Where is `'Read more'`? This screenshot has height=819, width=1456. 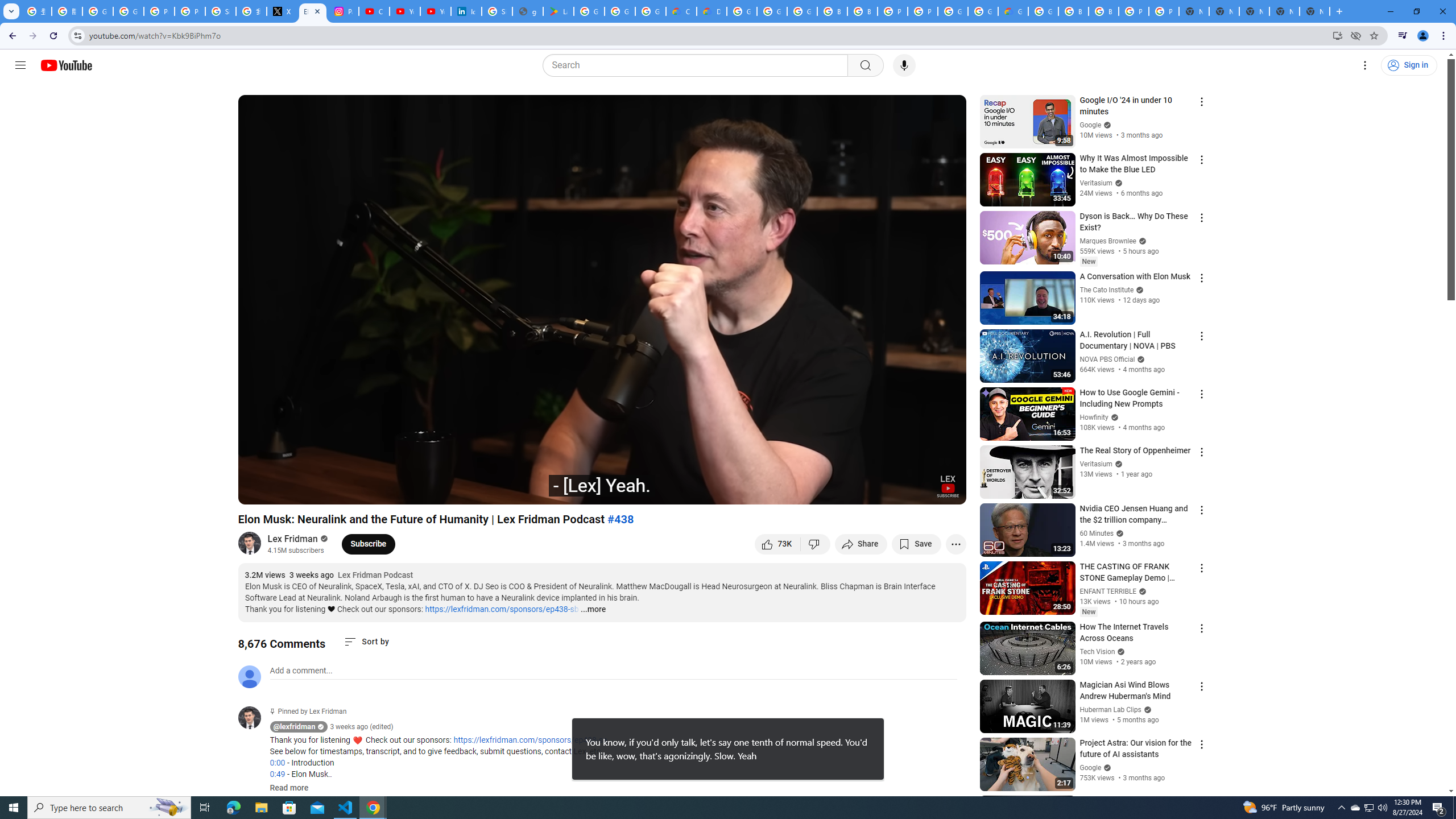 'Read more' is located at coordinates (288, 788).